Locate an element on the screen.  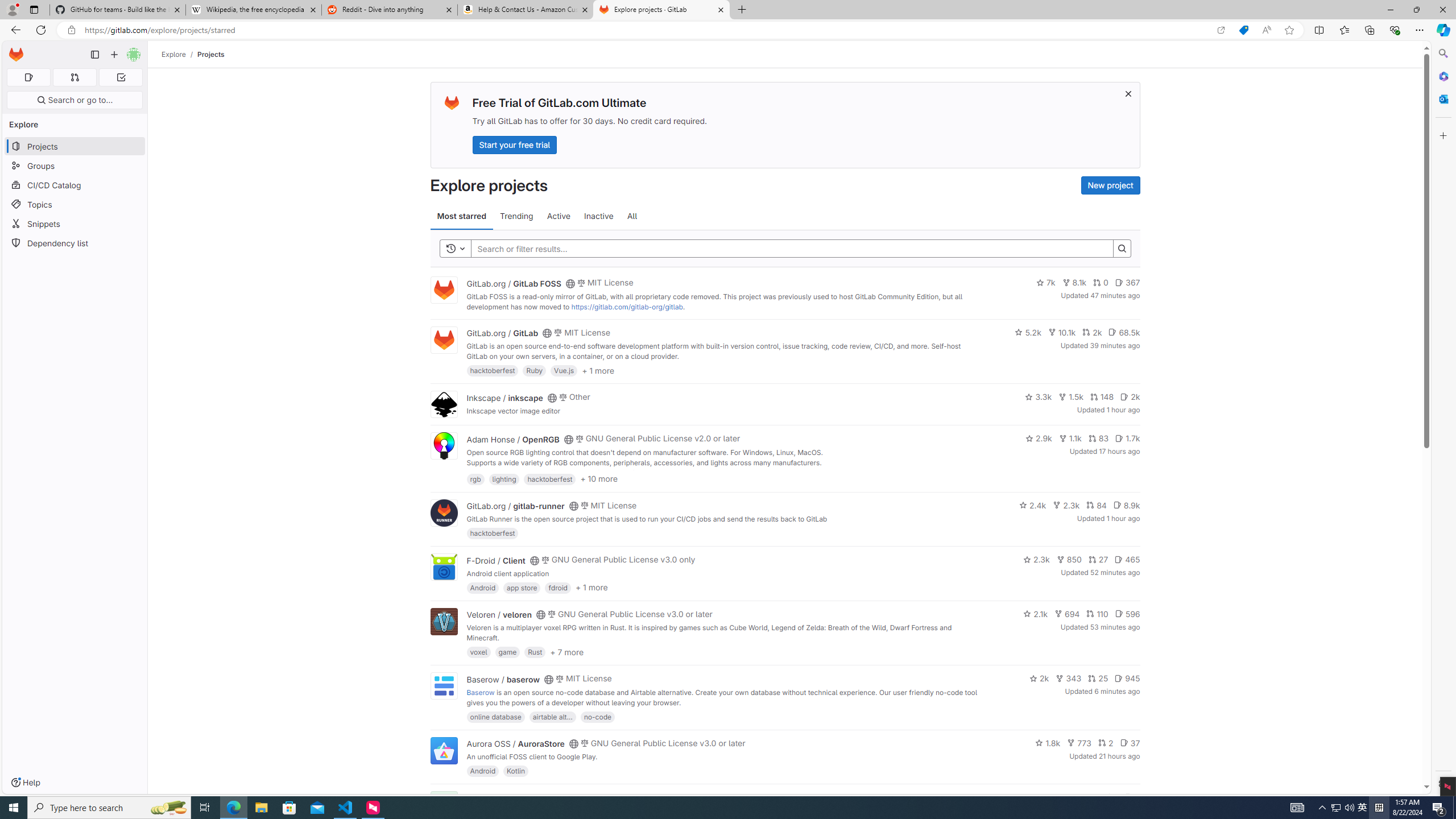
'343' is located at coordinates (1069, 678).